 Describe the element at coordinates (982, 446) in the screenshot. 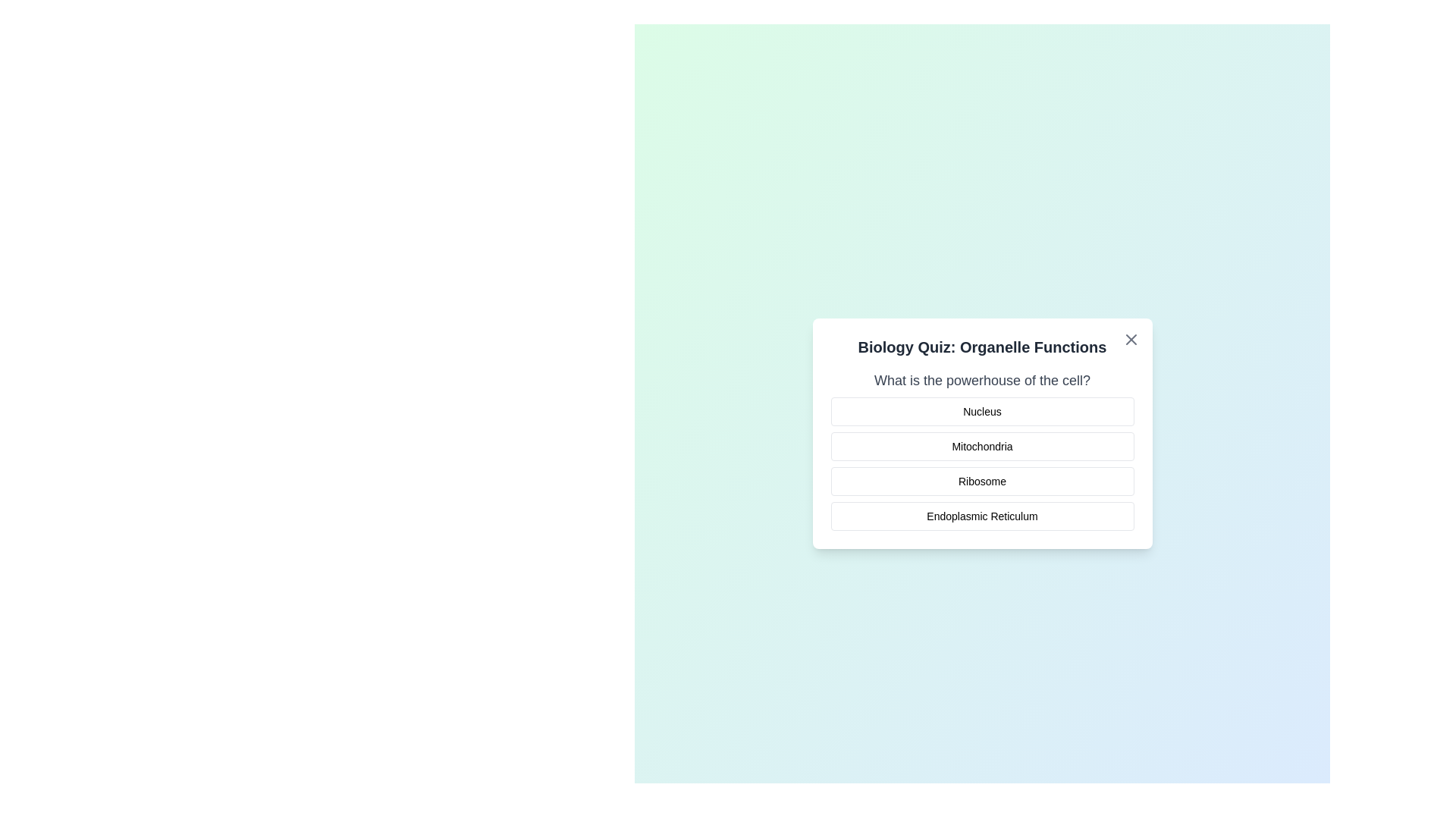

I see `the answer option Mitochondria to select it` at that location.